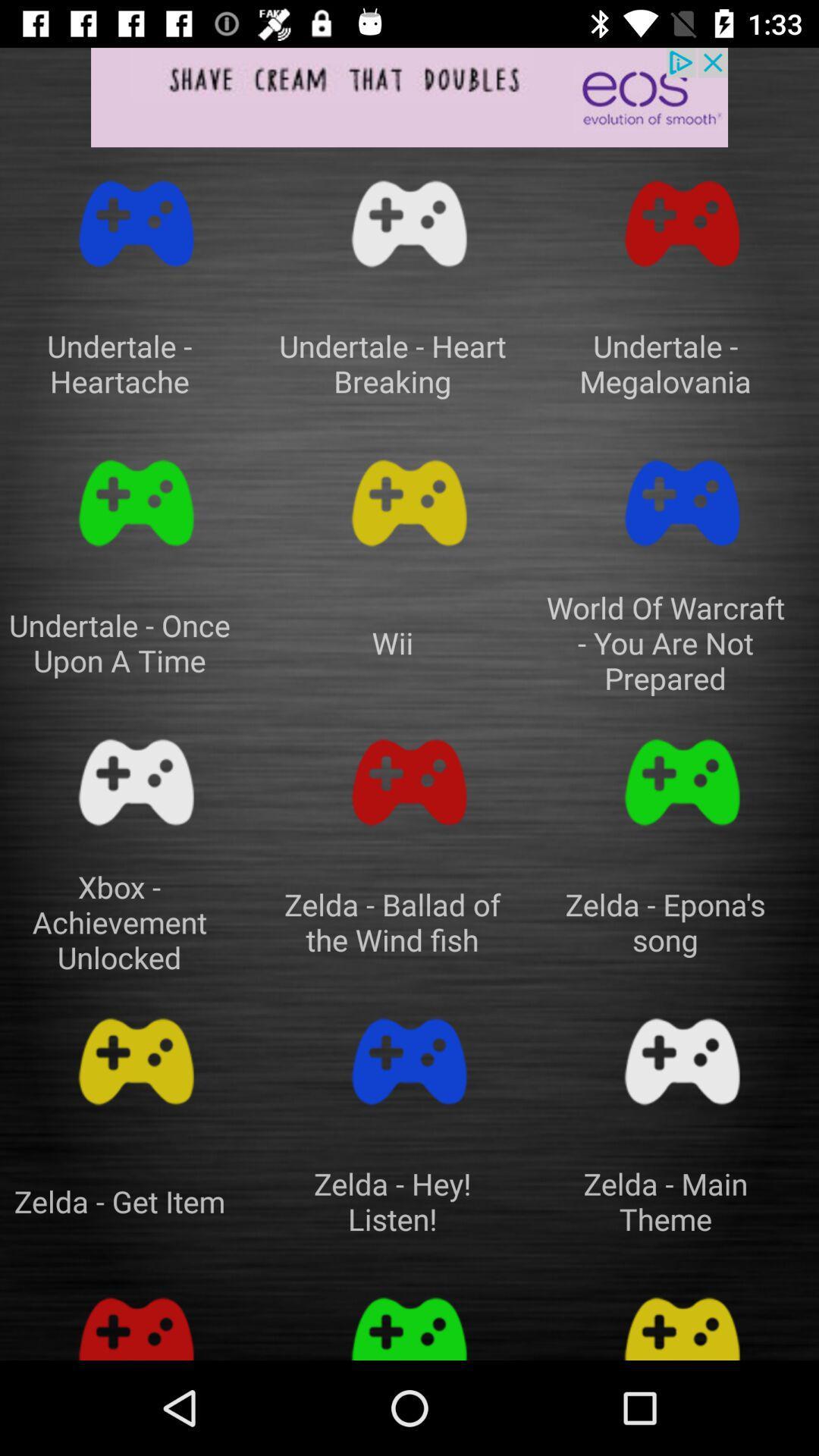 The image size is (819, 1456). What do you see at coordinates (681, 1319) in the screenshot?
I see `option` at bounding box center [681, 1319].